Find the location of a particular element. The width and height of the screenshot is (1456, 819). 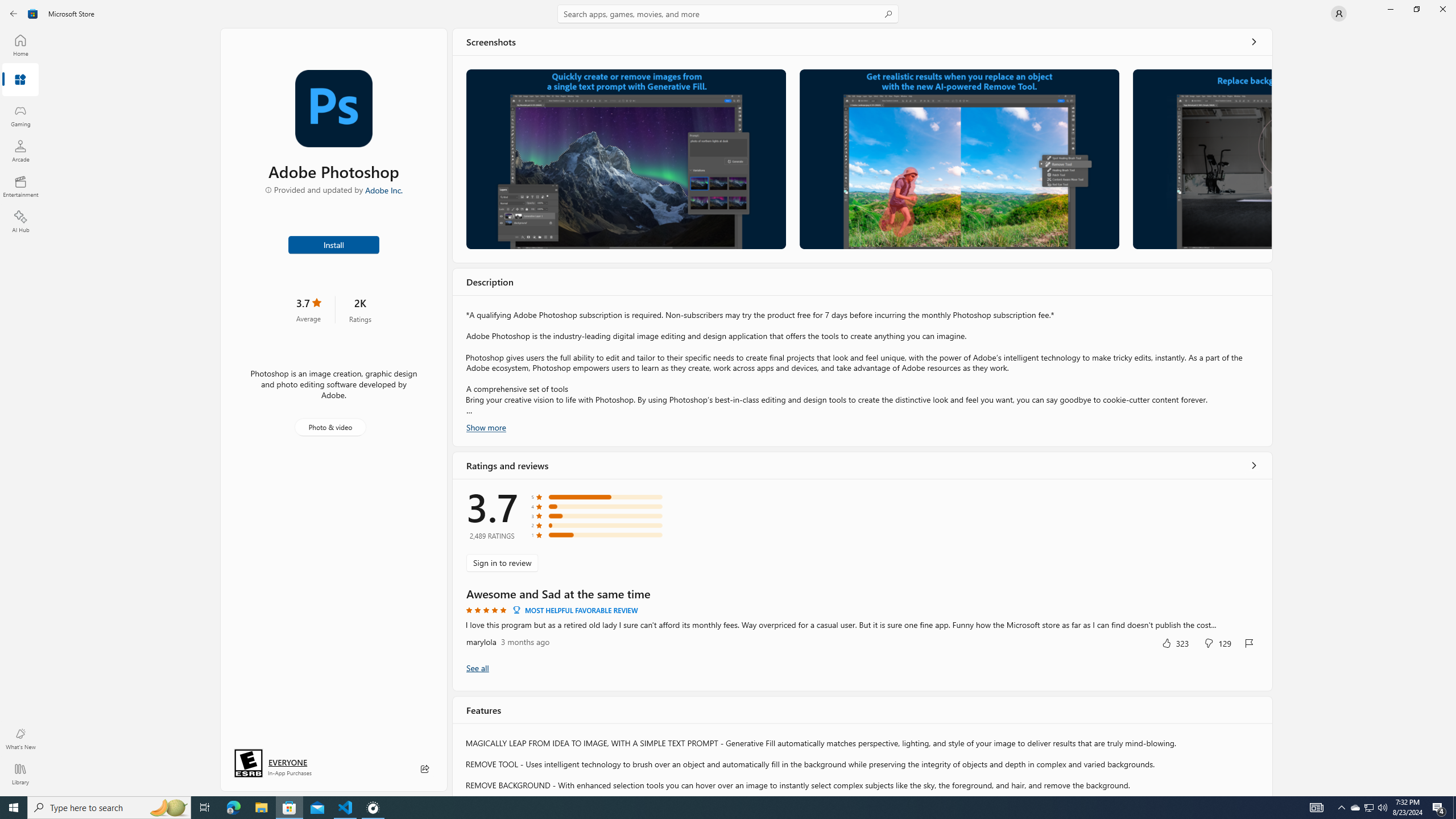

'Screenshot 2' is located at coordinates (959, 159).